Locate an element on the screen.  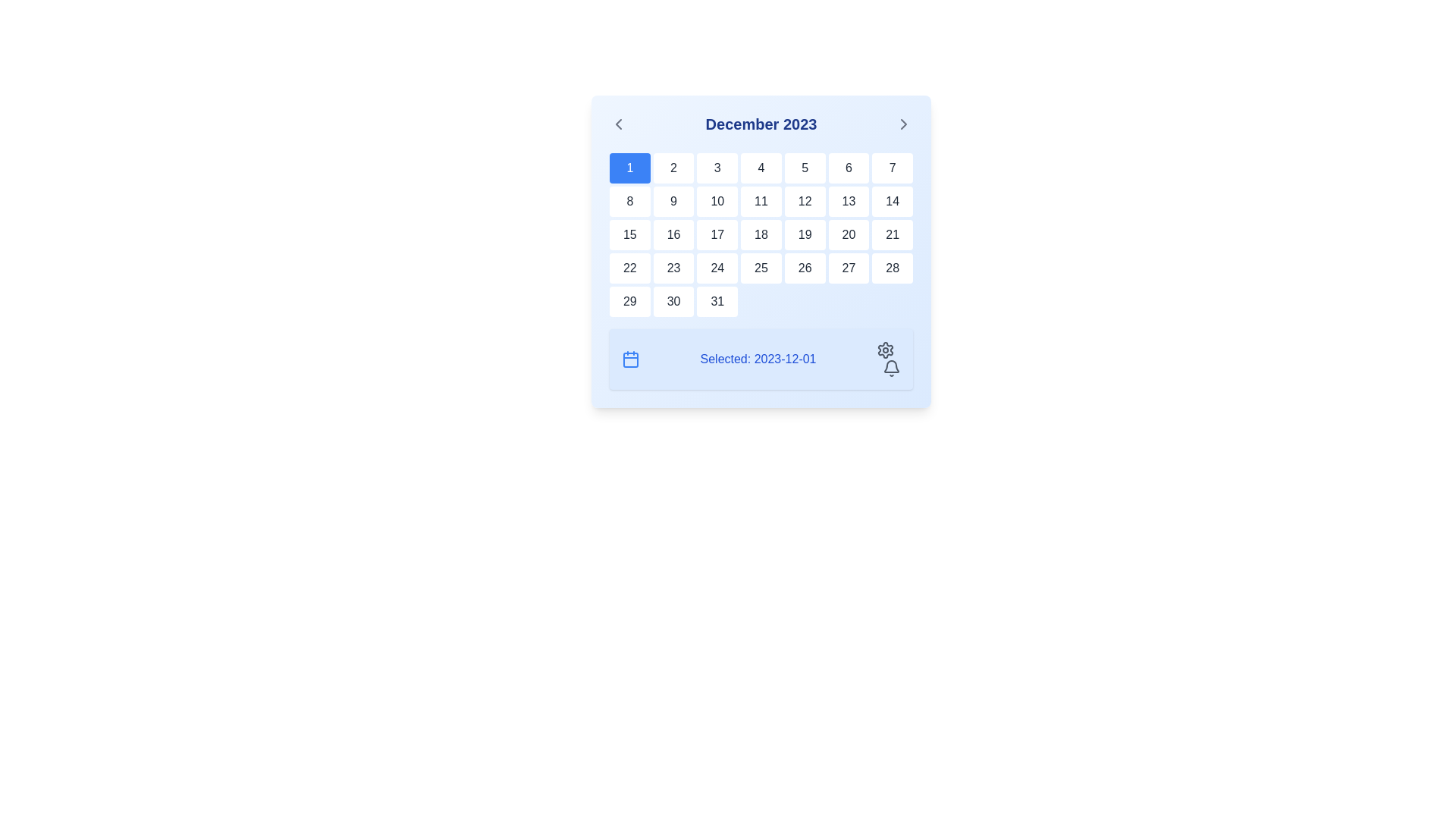
the square-shaped button displaying '15' in the calendar for December 2023 is located at coordinates (629, 234).